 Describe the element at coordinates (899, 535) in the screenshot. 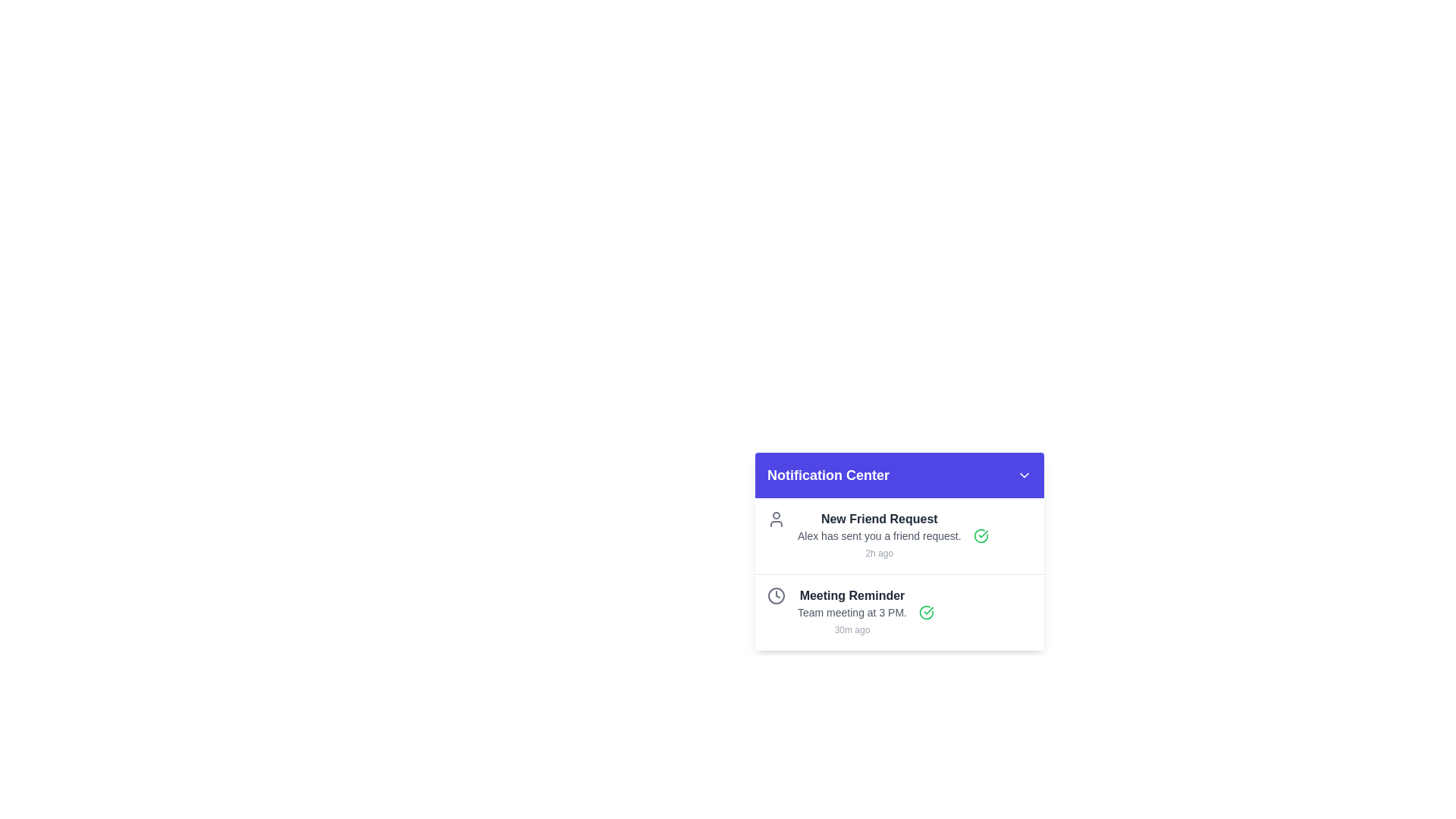

I see `the first notification item in the Notification Center to interact with the new friend request` at that location.